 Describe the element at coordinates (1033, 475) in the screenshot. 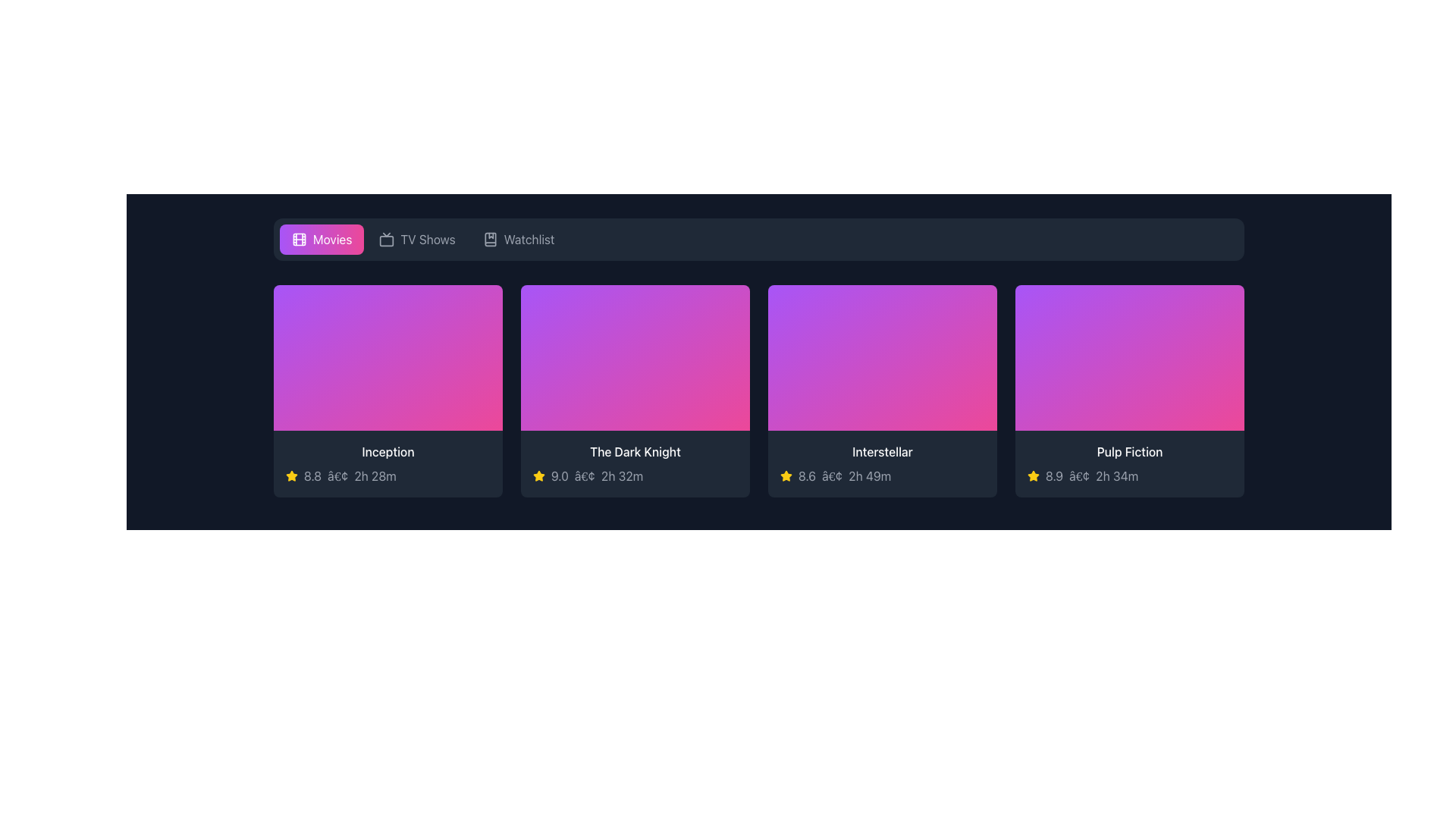

I see `the star-shaped icon with a yellow fill, which indicates ratings and is positioned next to the rating value '8.9' beneath the 'Pulp Fiction' title` at that location.